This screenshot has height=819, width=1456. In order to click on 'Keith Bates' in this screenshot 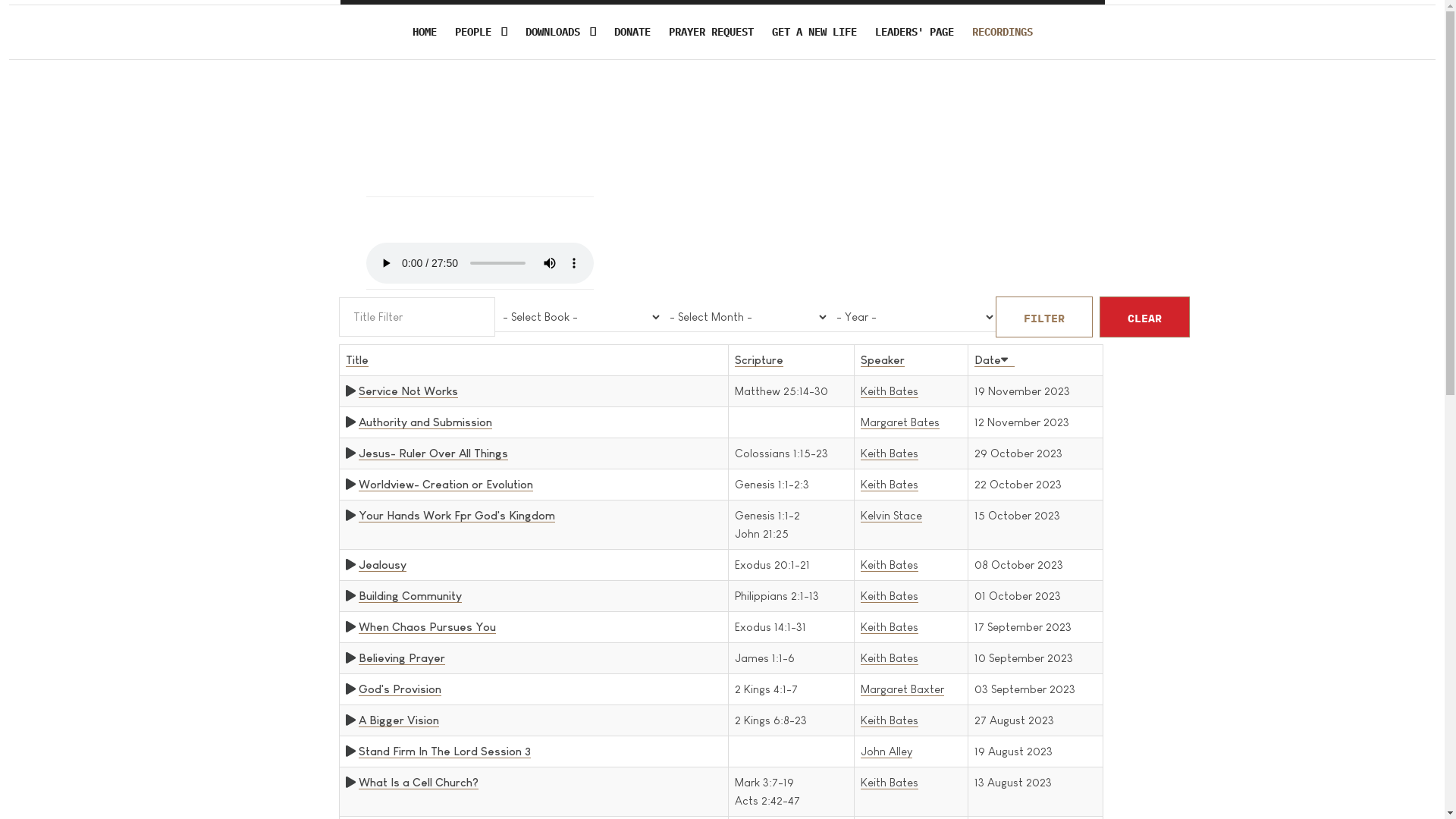, I will do `click(889, 485)`.